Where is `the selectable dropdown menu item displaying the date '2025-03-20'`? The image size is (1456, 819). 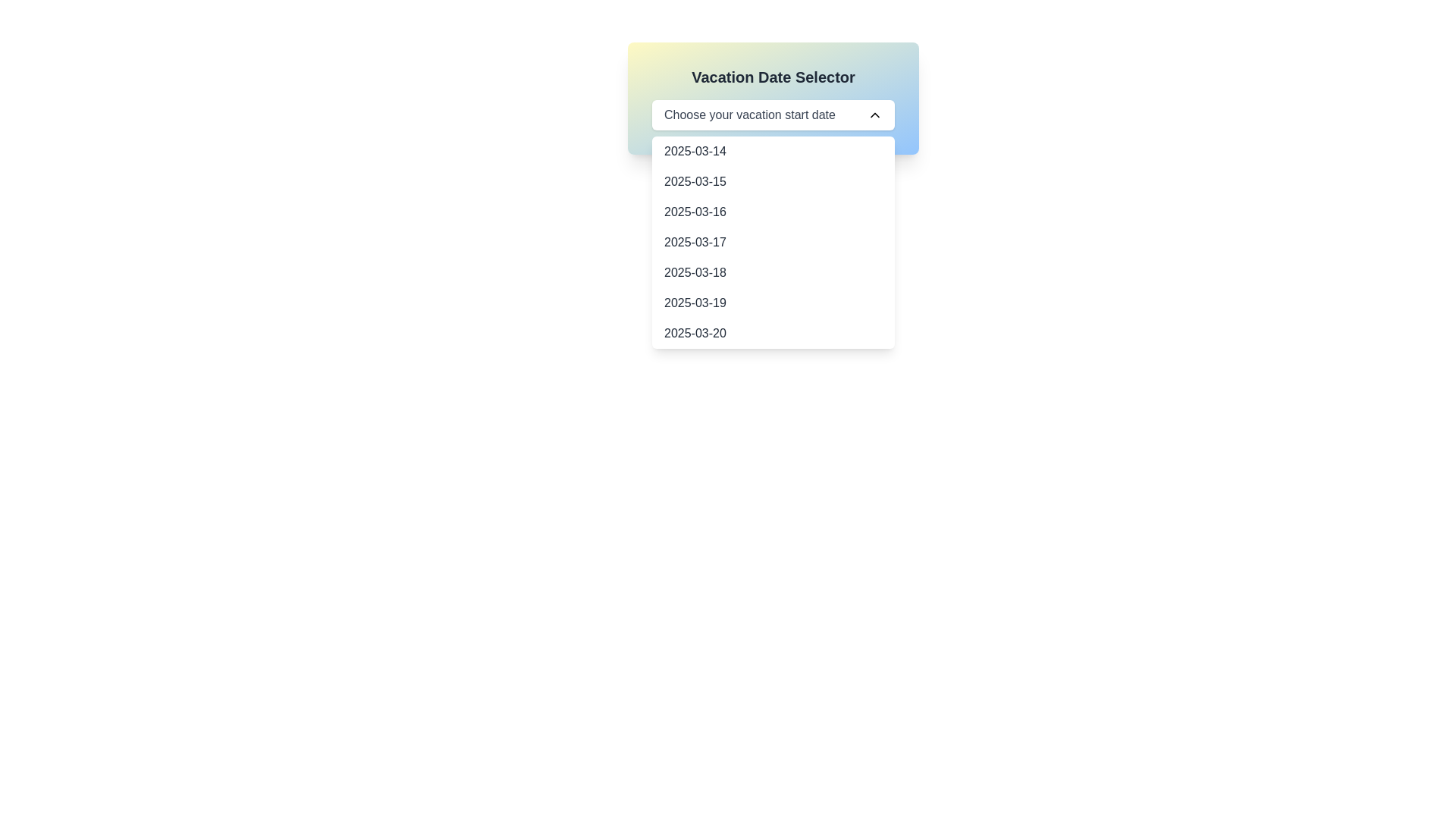
the selectable dropdown menu item displaying the date '2025-03-20' is located at coordinates (694, 332).